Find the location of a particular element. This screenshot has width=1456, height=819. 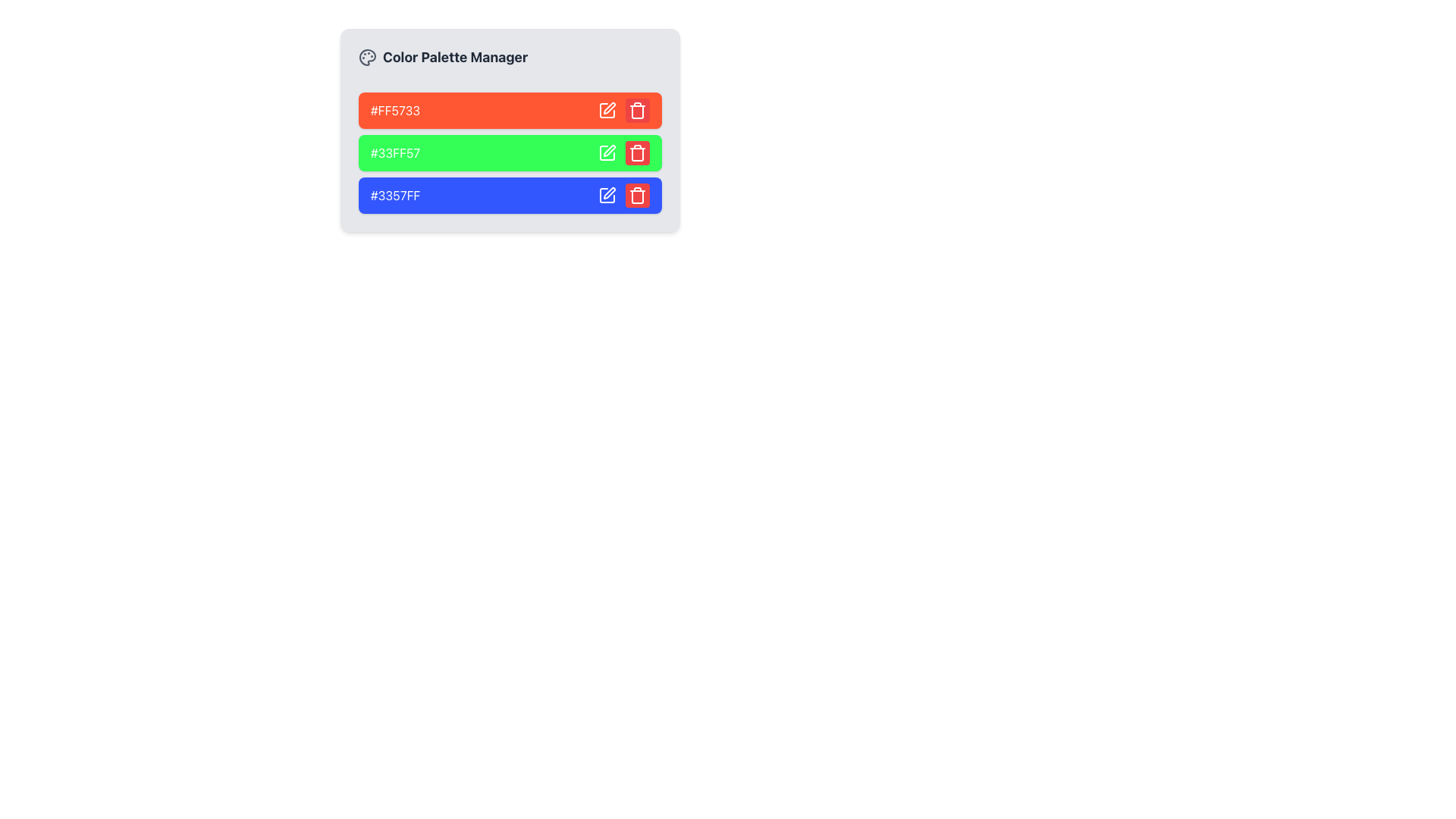

the delete button, which is a small rounded button with a red background and a trash icon, located in the rightmost section of the action toolbar labeled '#3357FF' is located at coordinates (637, 195).